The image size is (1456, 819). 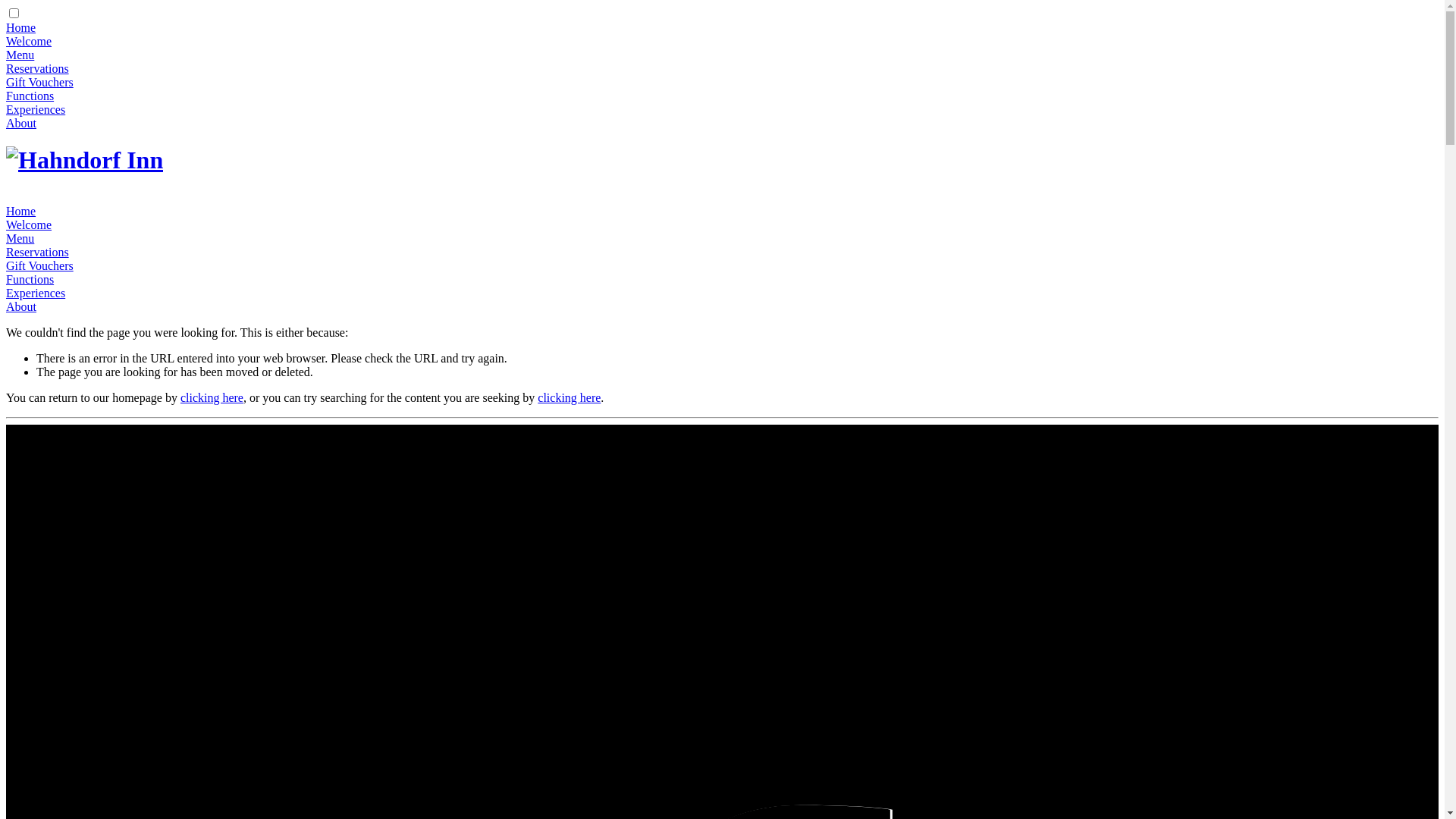 I want to click on 'About', so click(x=6, y=306).